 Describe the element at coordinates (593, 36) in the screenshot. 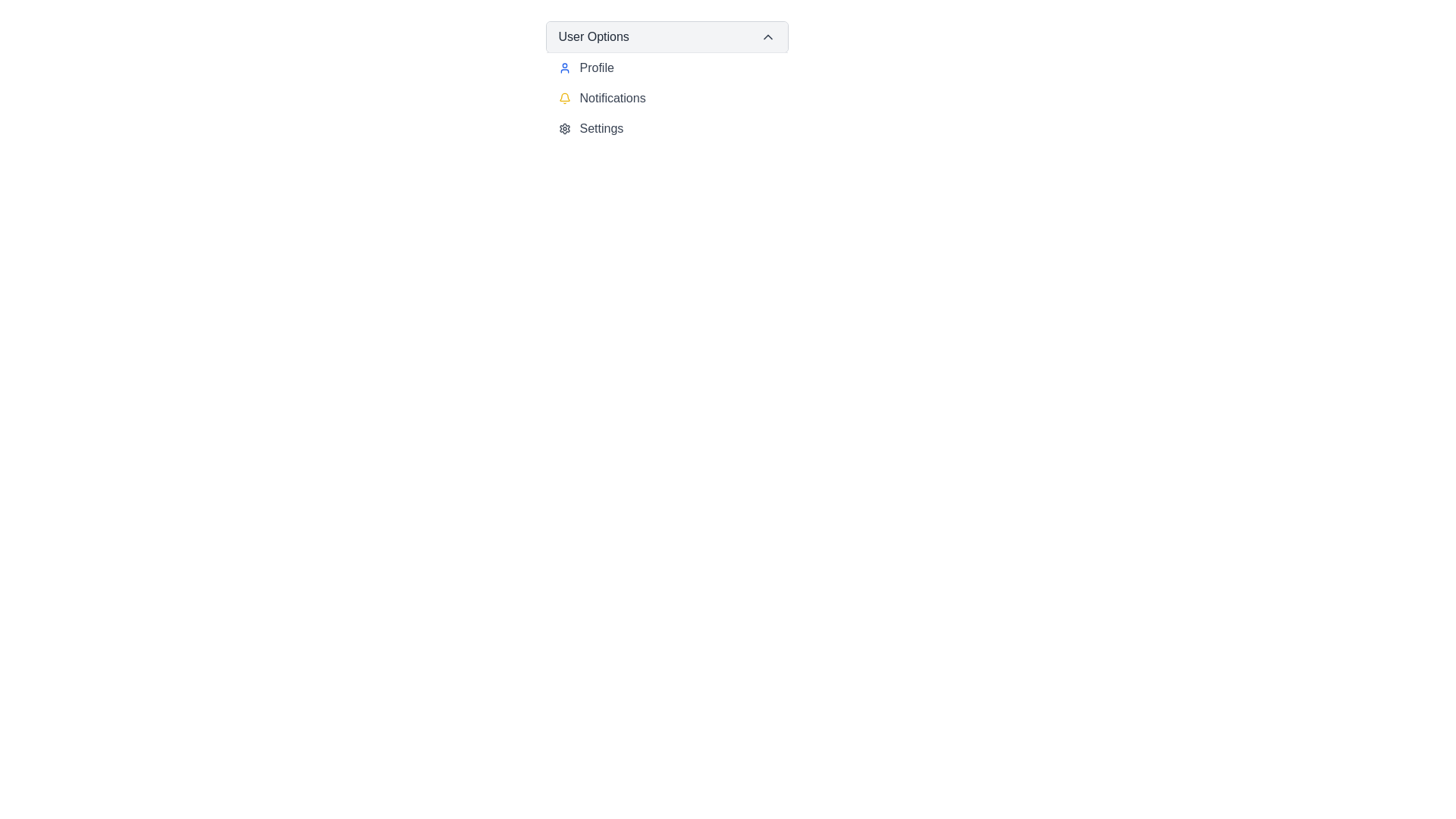

I see `the text label that serves as the title for the dropdown menu, providing contextual information for users` at that location.